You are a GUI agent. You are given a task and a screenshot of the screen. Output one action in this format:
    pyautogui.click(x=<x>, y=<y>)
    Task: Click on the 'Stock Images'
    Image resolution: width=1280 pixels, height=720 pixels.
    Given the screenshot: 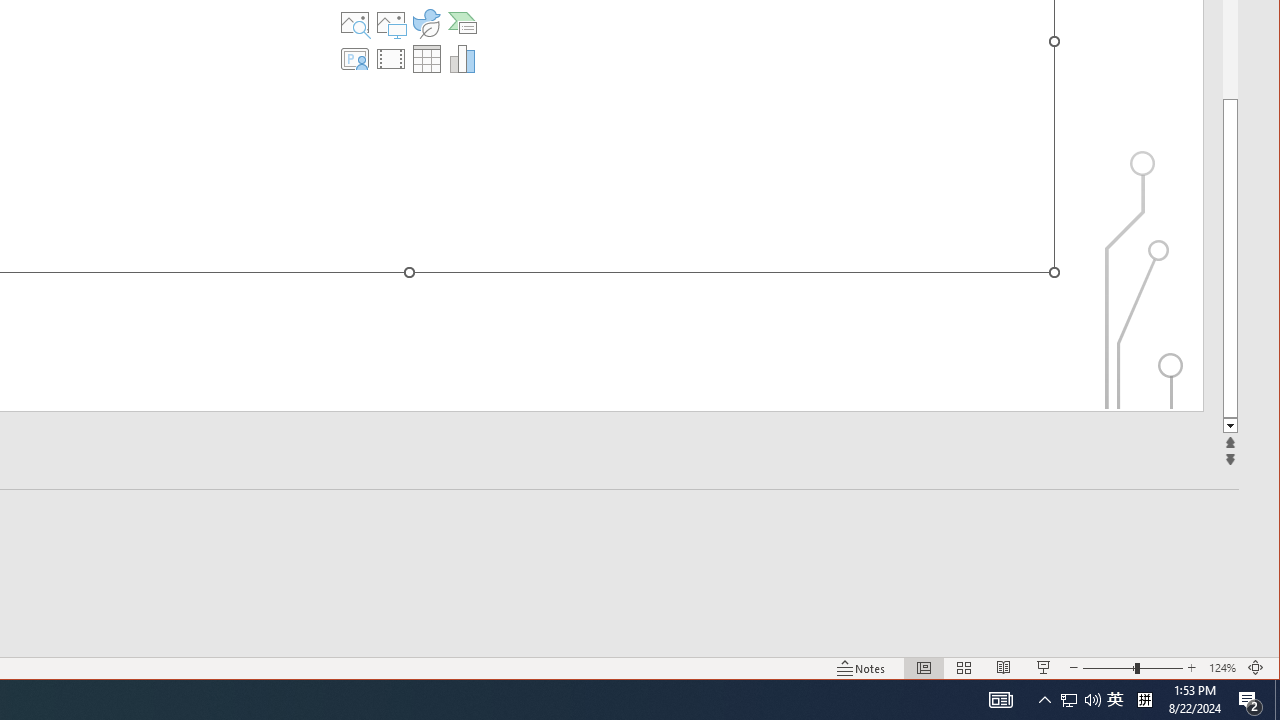 What is the action you would take?
    pyautogui.click(x=355, y=23)
    